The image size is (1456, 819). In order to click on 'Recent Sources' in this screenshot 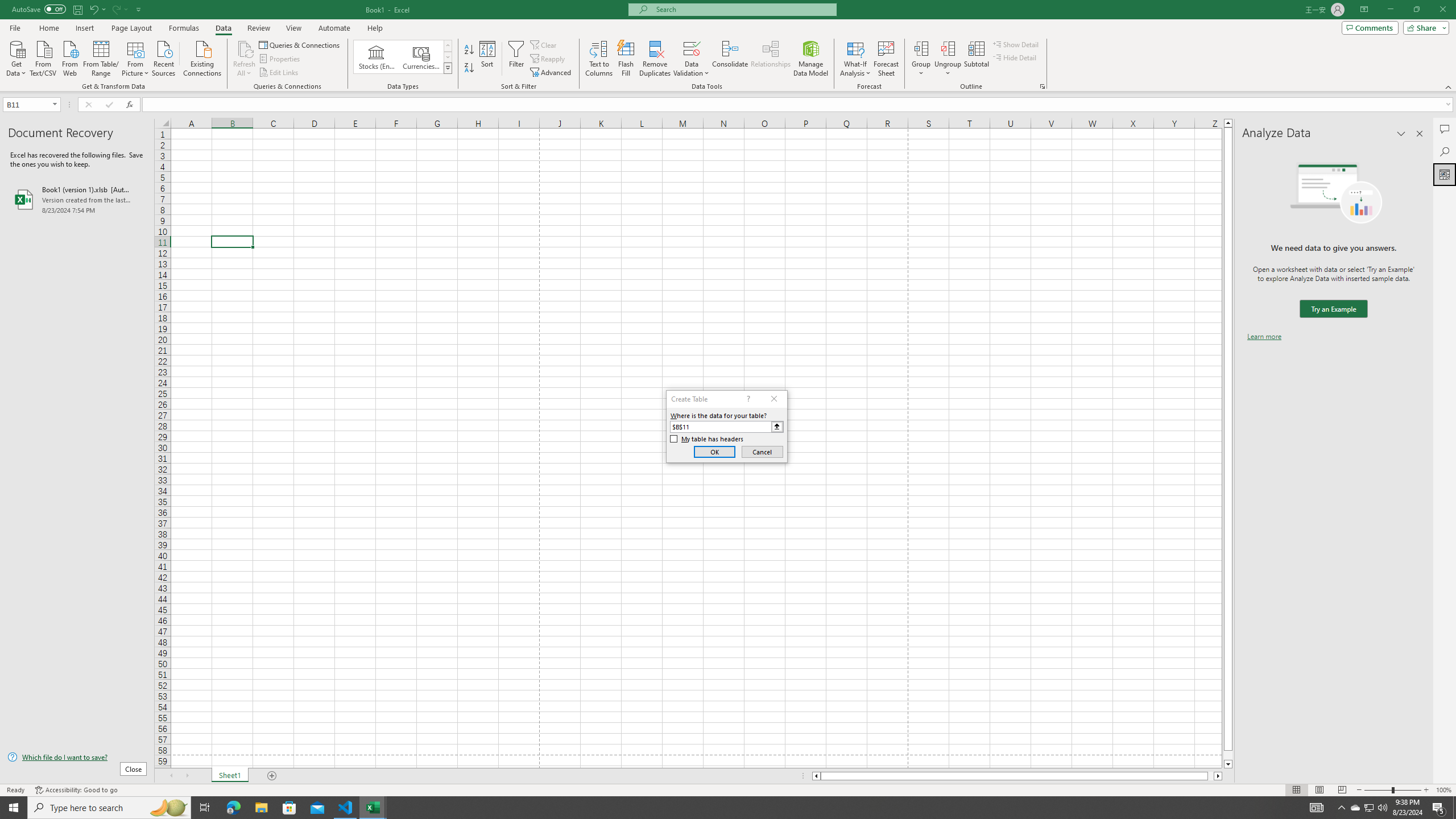, I will do `click(164, 57)`.